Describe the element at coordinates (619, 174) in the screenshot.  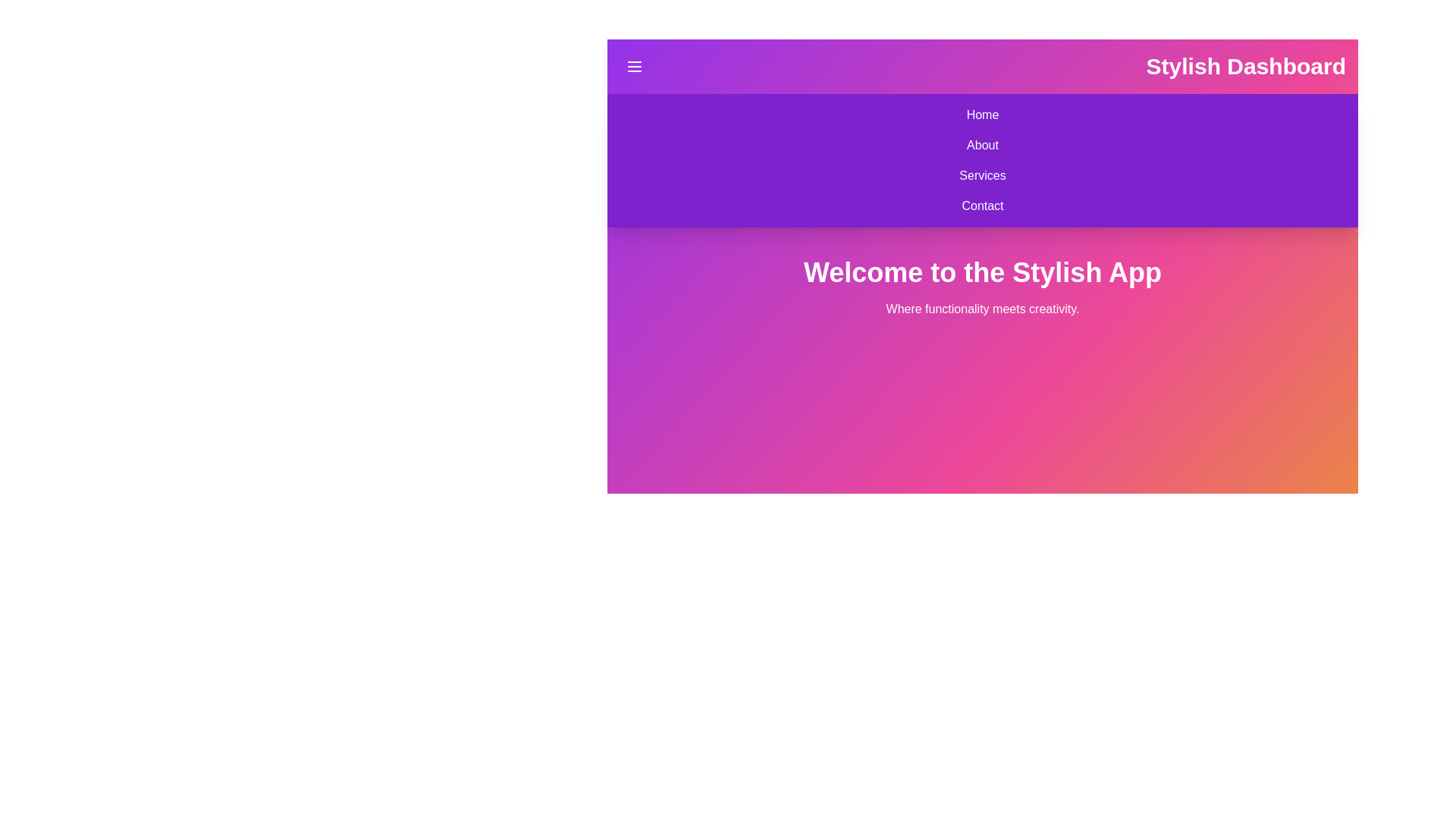
I see `the Services from the navigation menu` at that location.